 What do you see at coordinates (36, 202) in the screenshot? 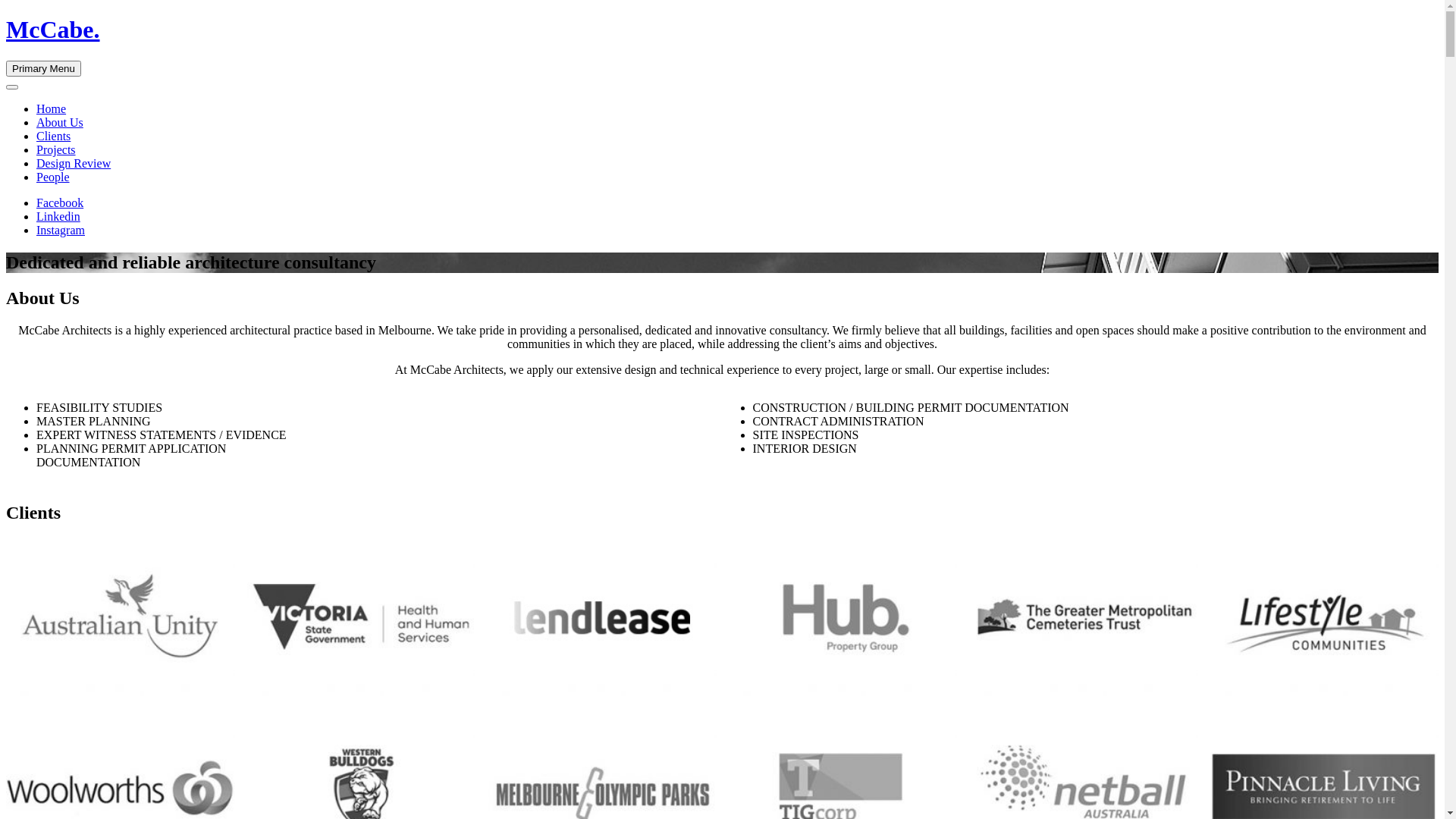
I see `'Facebook'` at bounding box center [36, 202].